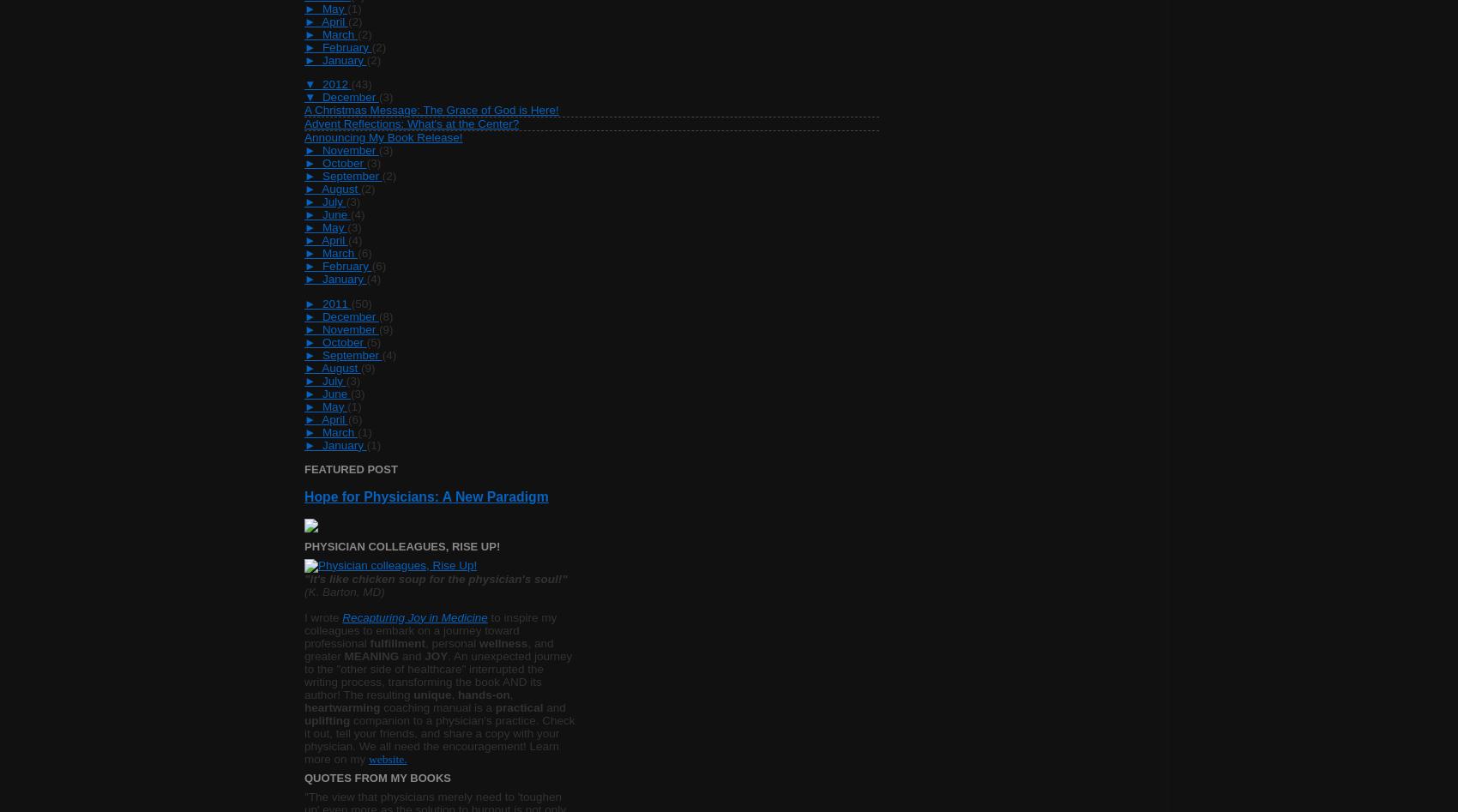 Image resolution: width=1458 pixels, height=812 pixels. Describe the element at coordinates (326, 719) in the screenshot. I see `'uplifting'` at that location.